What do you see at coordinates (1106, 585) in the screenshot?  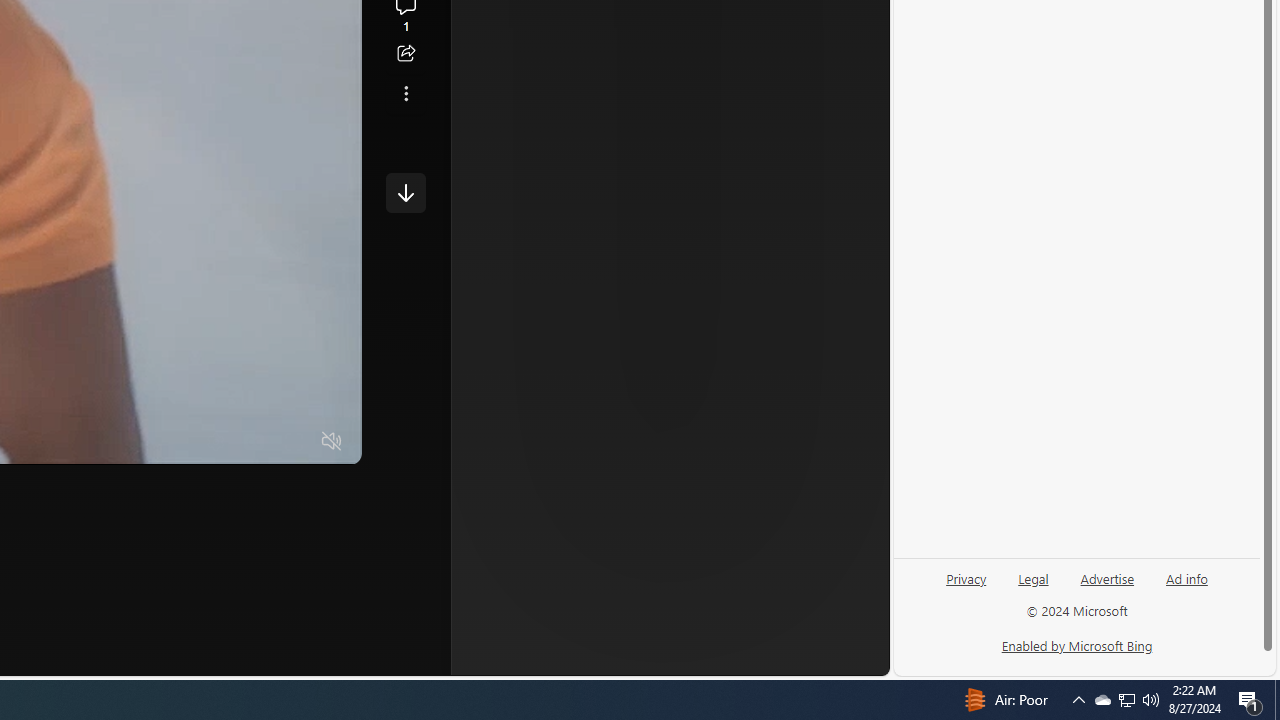 I see `'Advertise'` at bounding box center [1106, 585].